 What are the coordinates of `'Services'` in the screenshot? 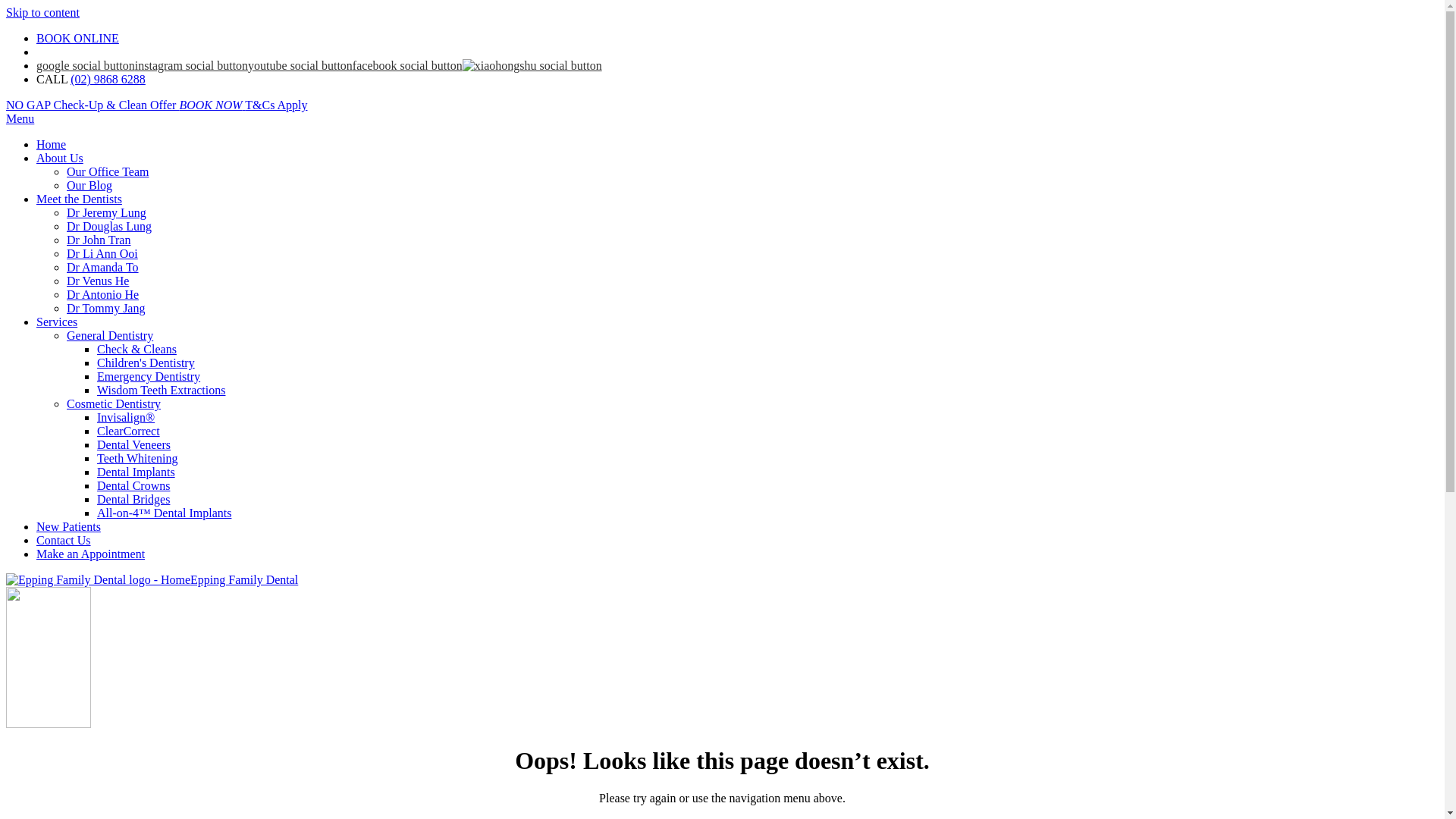 It's located at (36, 321).